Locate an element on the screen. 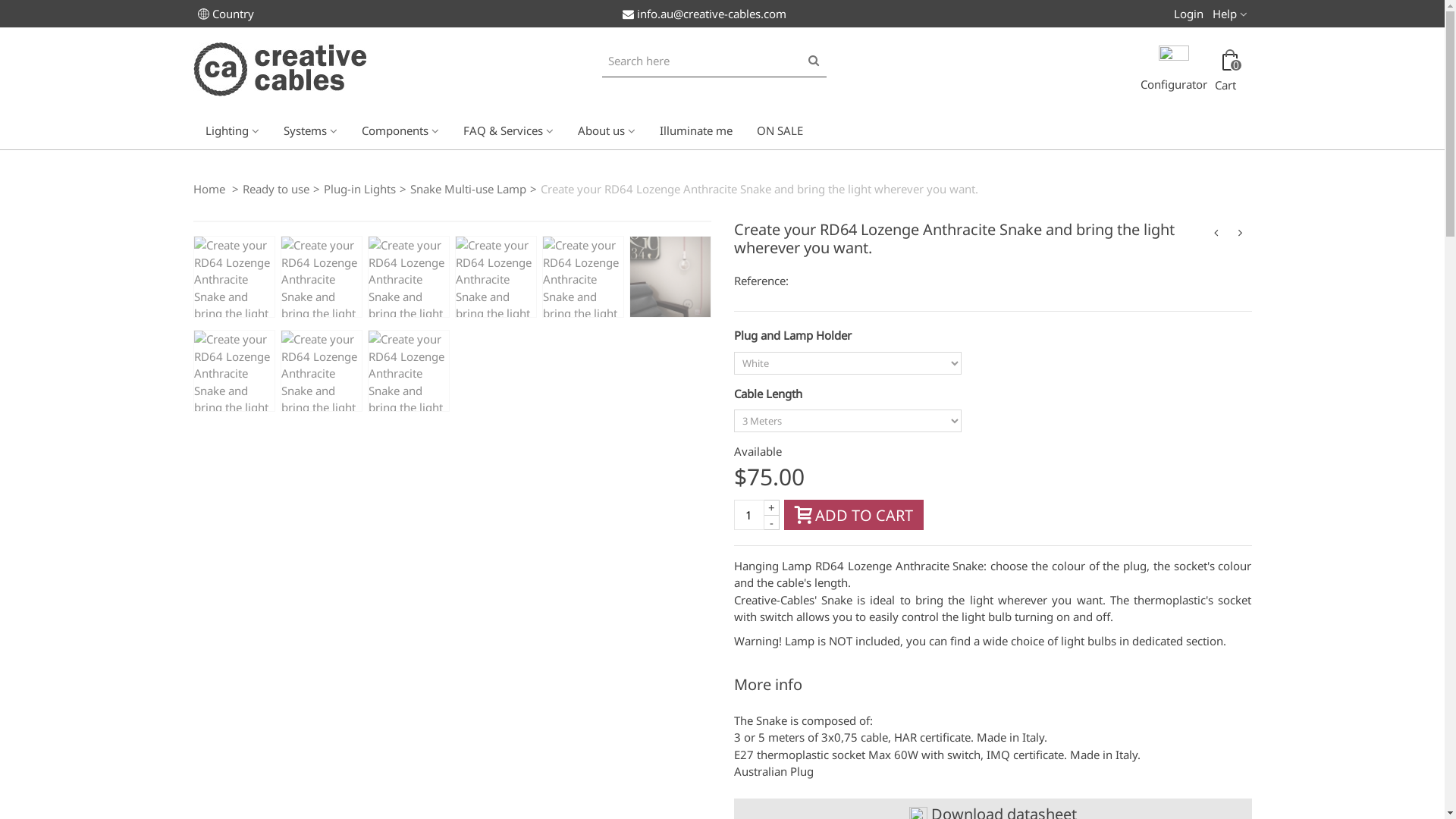 The height and width of the screenshot is (819, 1456). 'Systems' is located at coordinates (309, 128).